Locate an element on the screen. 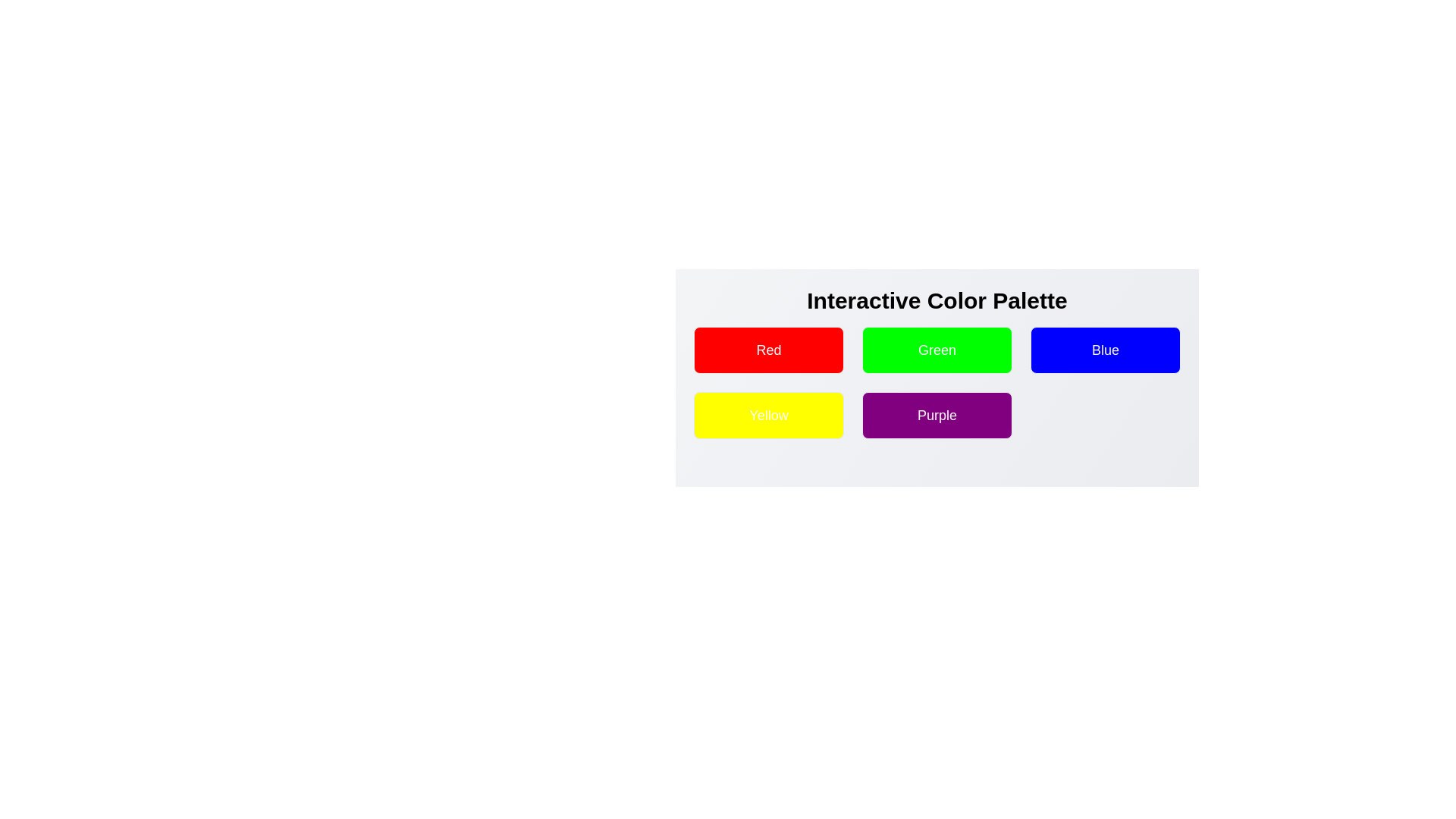 This screenshot has width=1456, height=819. the 'Red' button, which is the first button in a grid layout with a vibrant red background and centered white text is located at coordinates (768, 350).